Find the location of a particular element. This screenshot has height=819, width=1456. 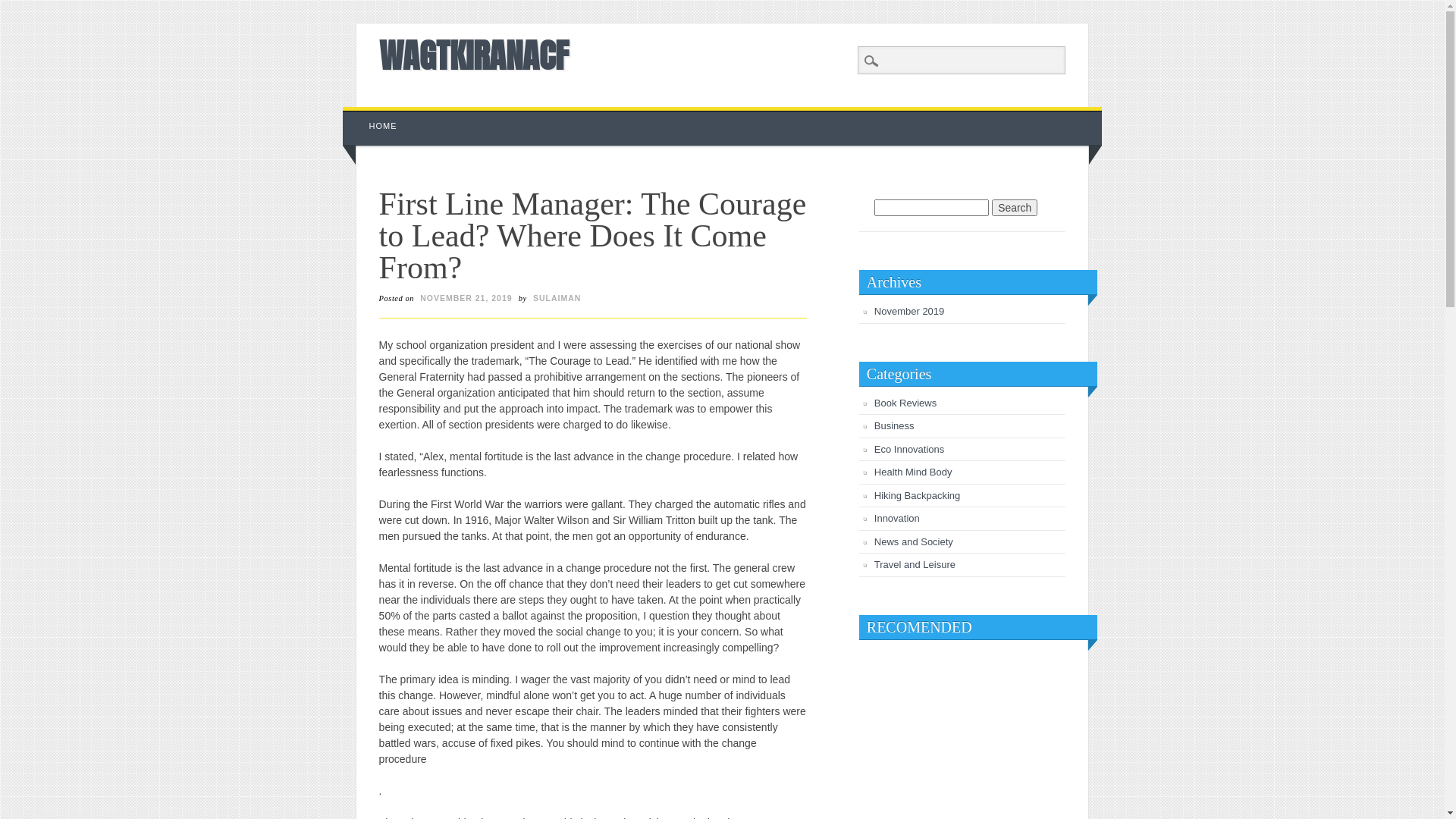

'NOVEMBER 21, 2019' is located at coordinates (416, 298).